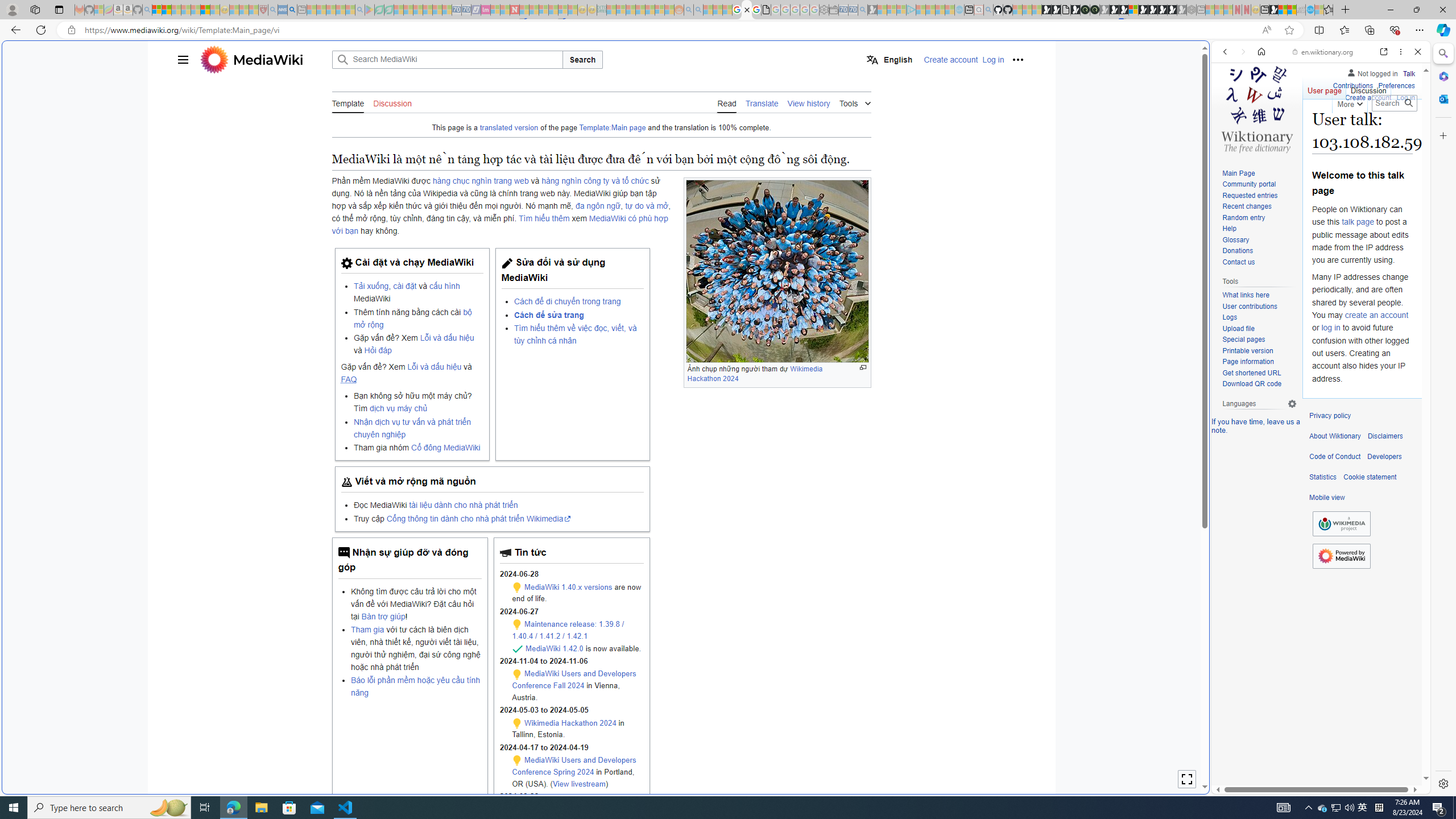 The width and height of the screenshot is (1456, 819). What do you see at coordinates (348, 102) in the screenshot?
I see `'Template'` at bounding box center [348, 102].